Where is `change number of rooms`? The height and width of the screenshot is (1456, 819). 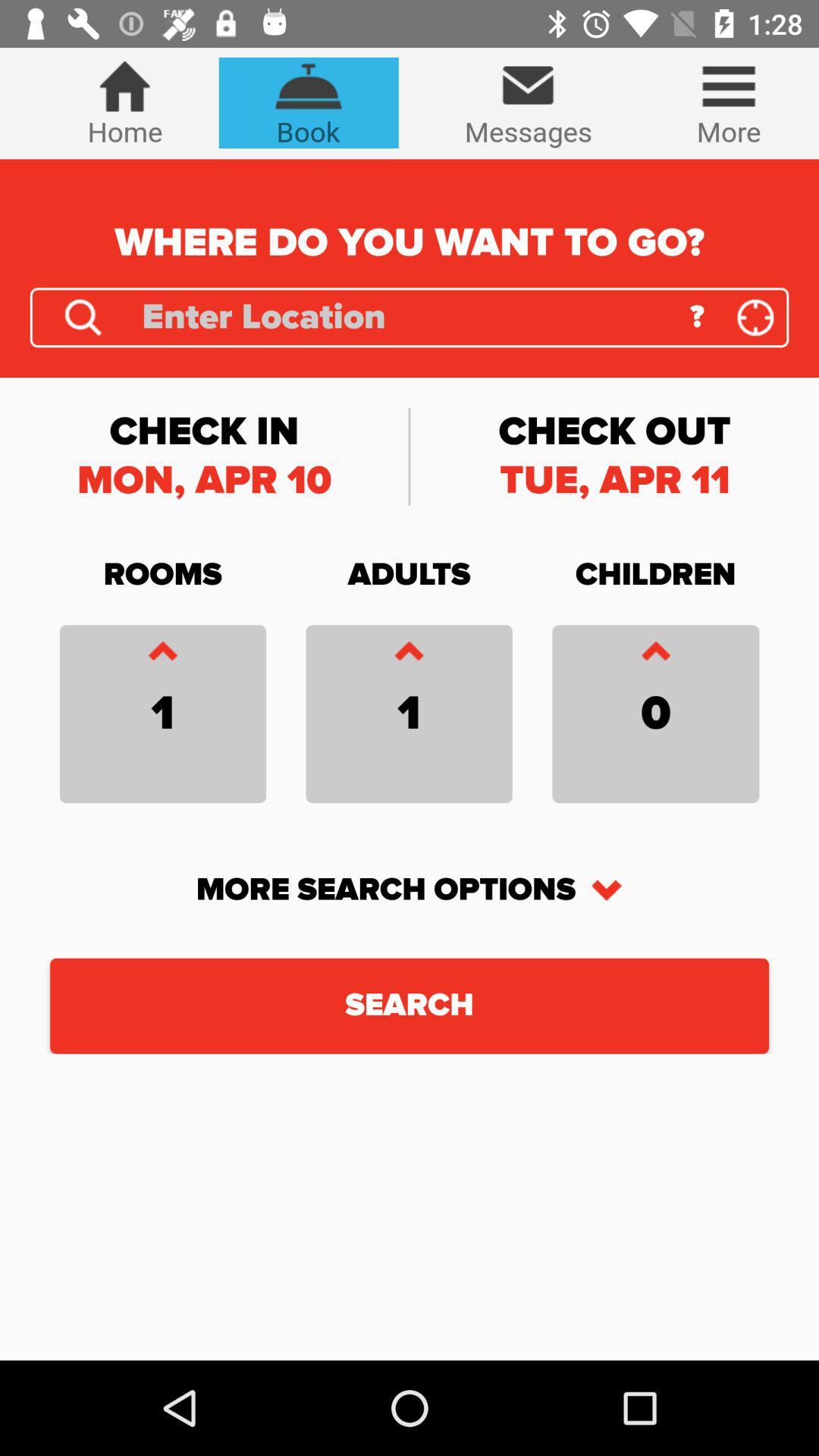
change number of rooms is located at coordinates (162, 654).